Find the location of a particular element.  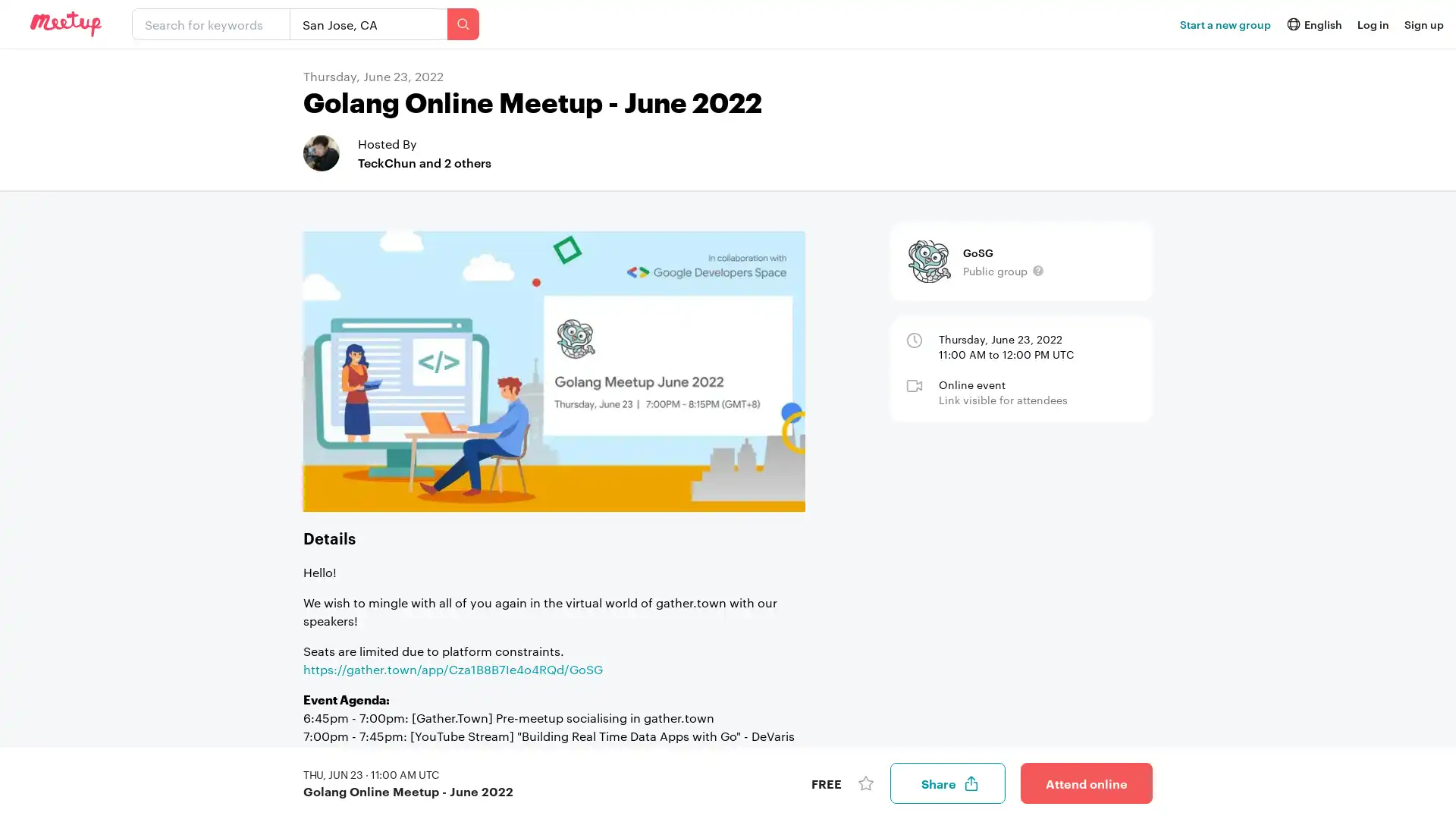

Share event is located at coordinates (946, 783).